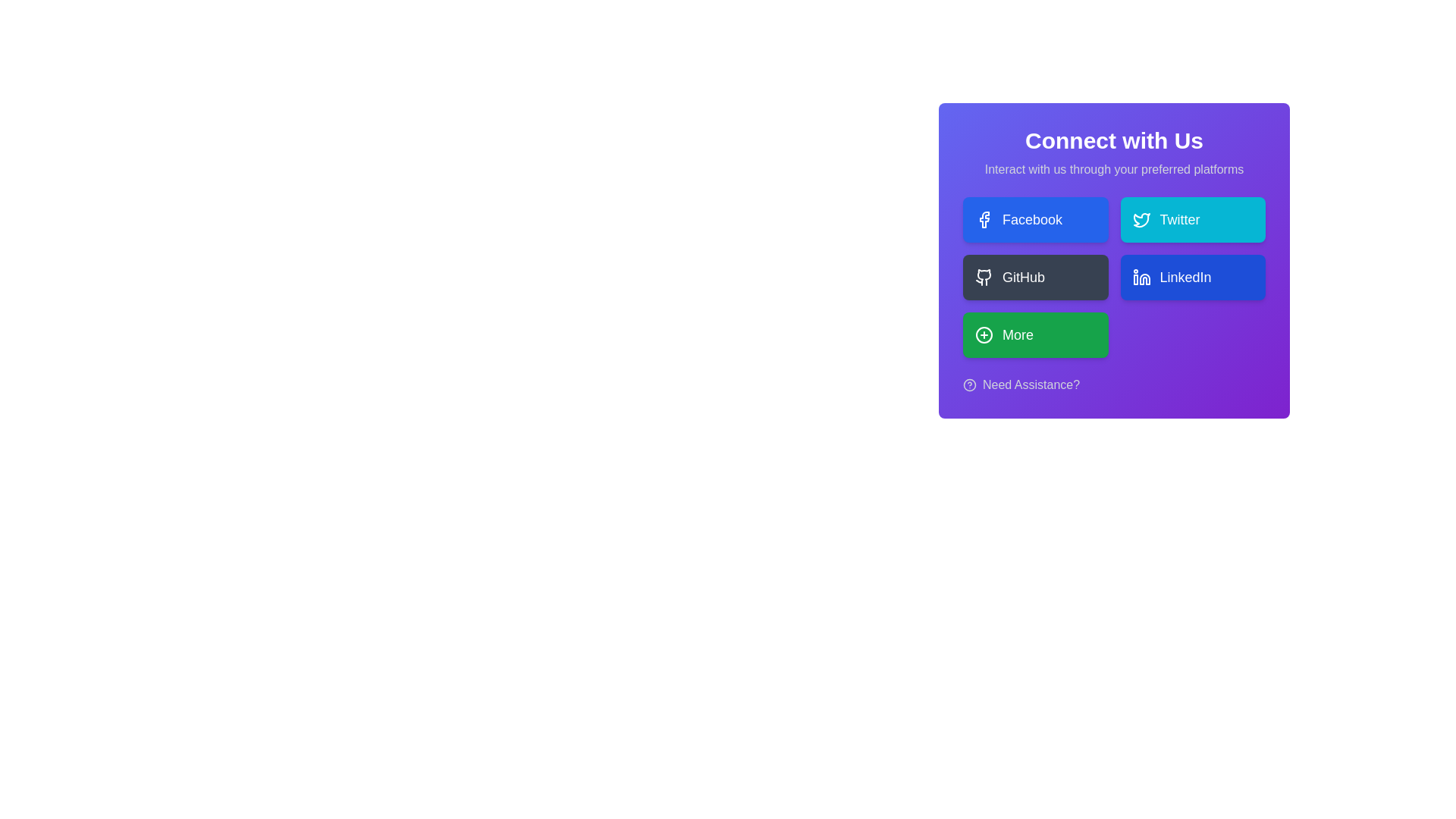 This screenshot has width=1456, height=819. I want to click on the Facebook logo icon, which features a stylized 'f' on a blue background, located within the first button labeled 'Facebook' in the grid of interaction options, so click(984, 219).